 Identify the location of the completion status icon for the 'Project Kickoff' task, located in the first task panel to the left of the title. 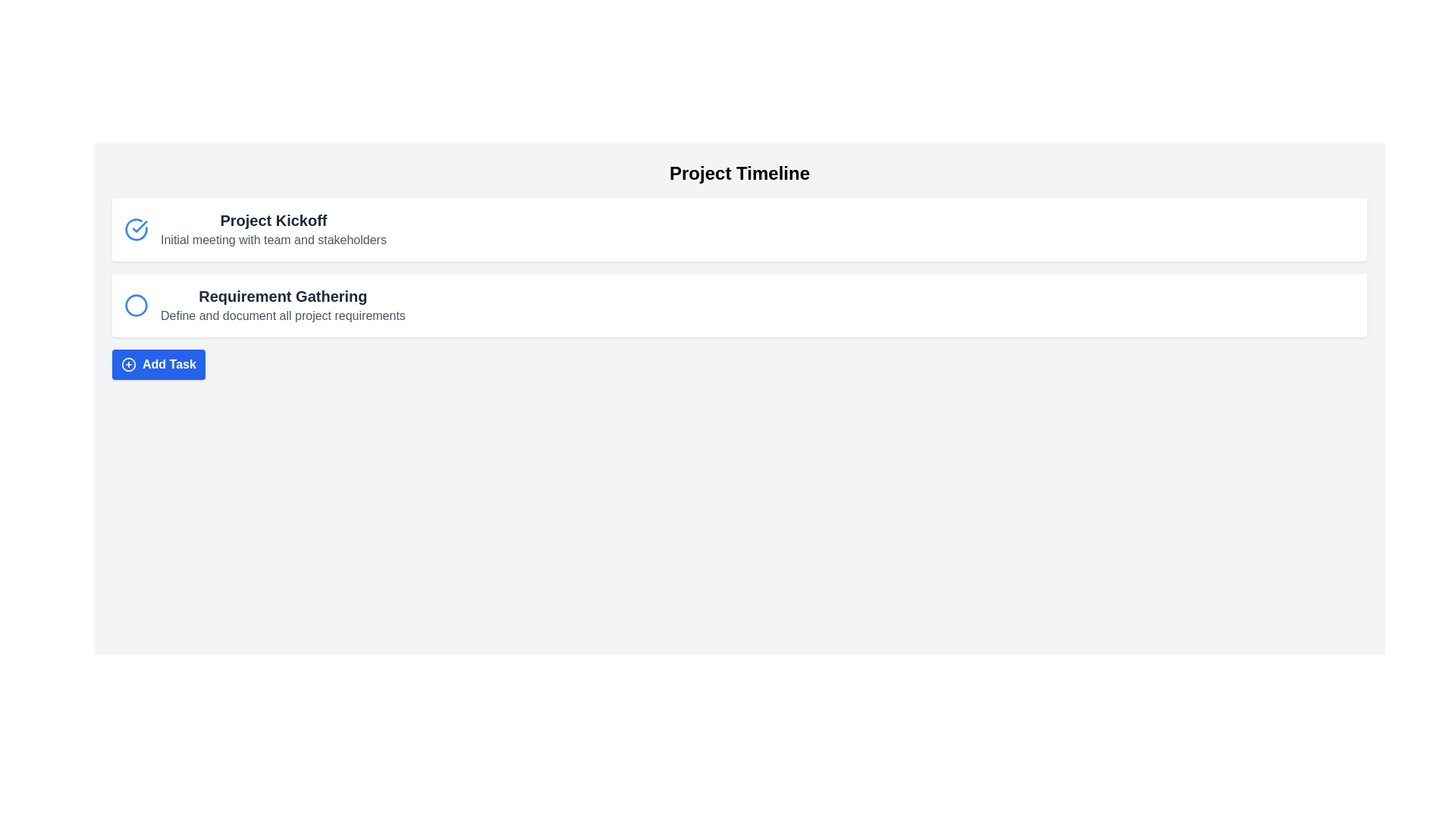
(136, 230).